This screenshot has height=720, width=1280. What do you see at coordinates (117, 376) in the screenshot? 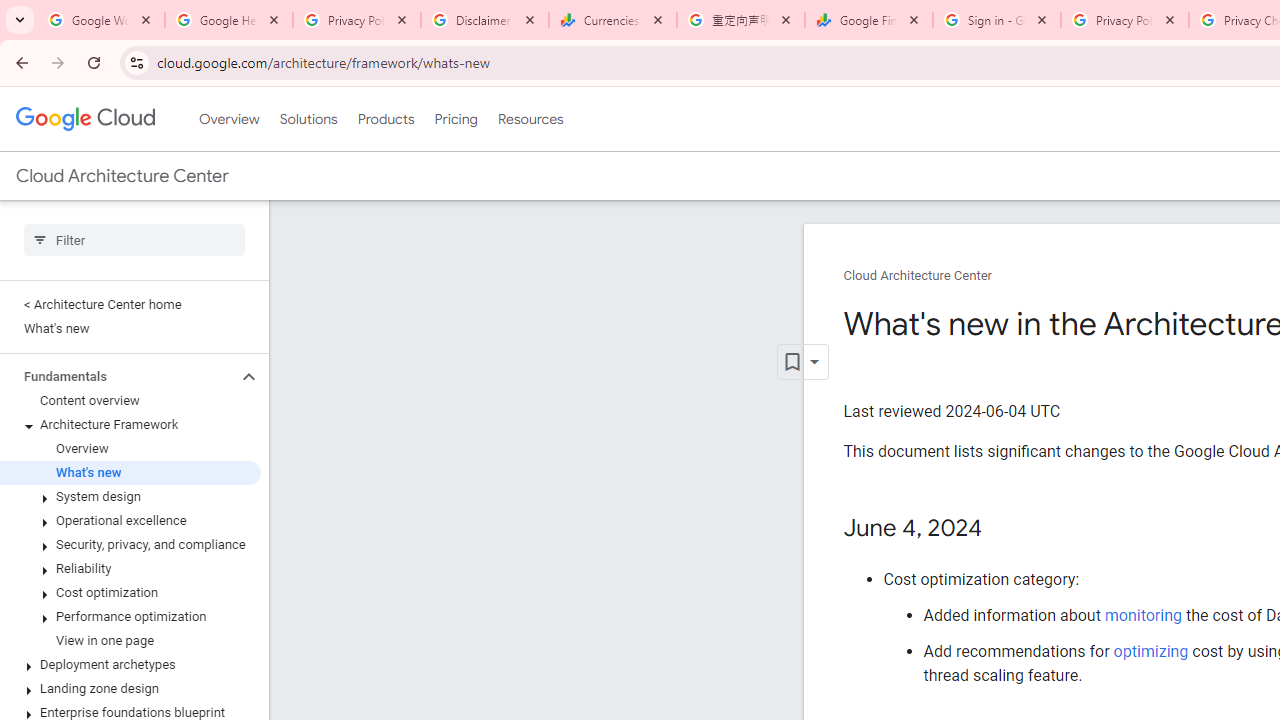
I see `'Fundamentals'` at bounding box center [117, 376].